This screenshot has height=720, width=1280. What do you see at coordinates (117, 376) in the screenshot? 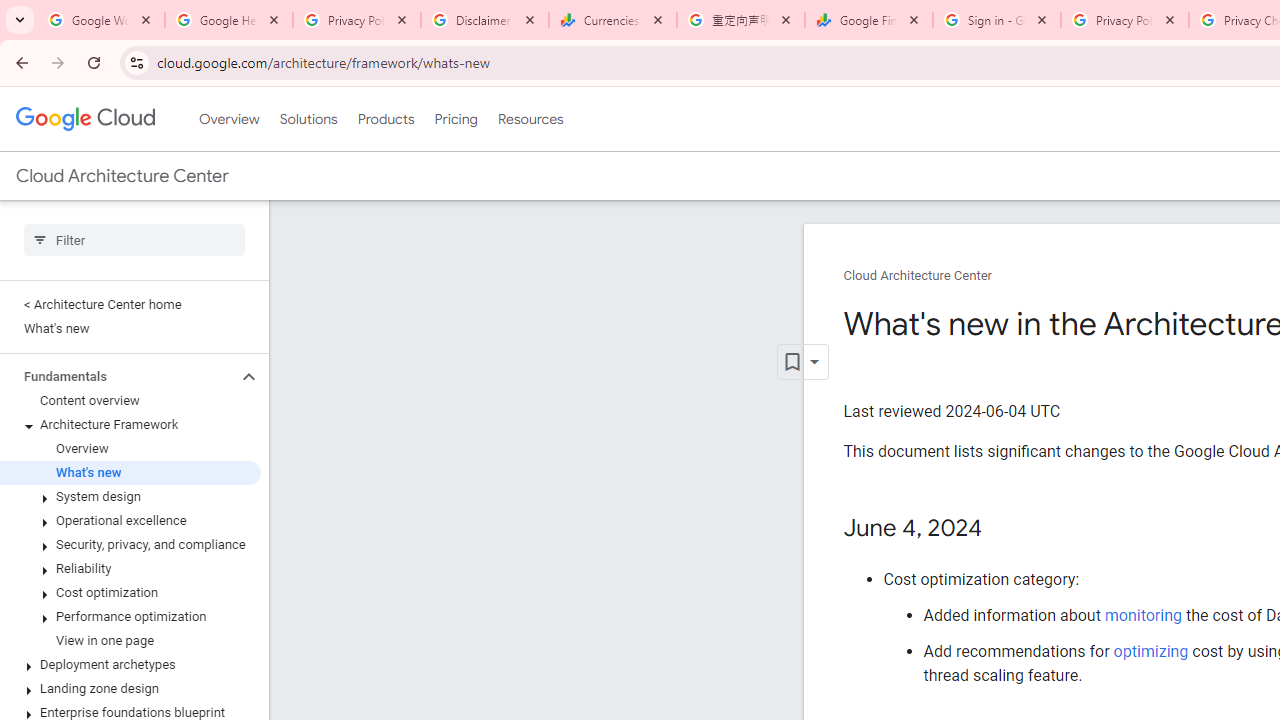
I see `'Fundamentals'` at bounding box center [117, 376].